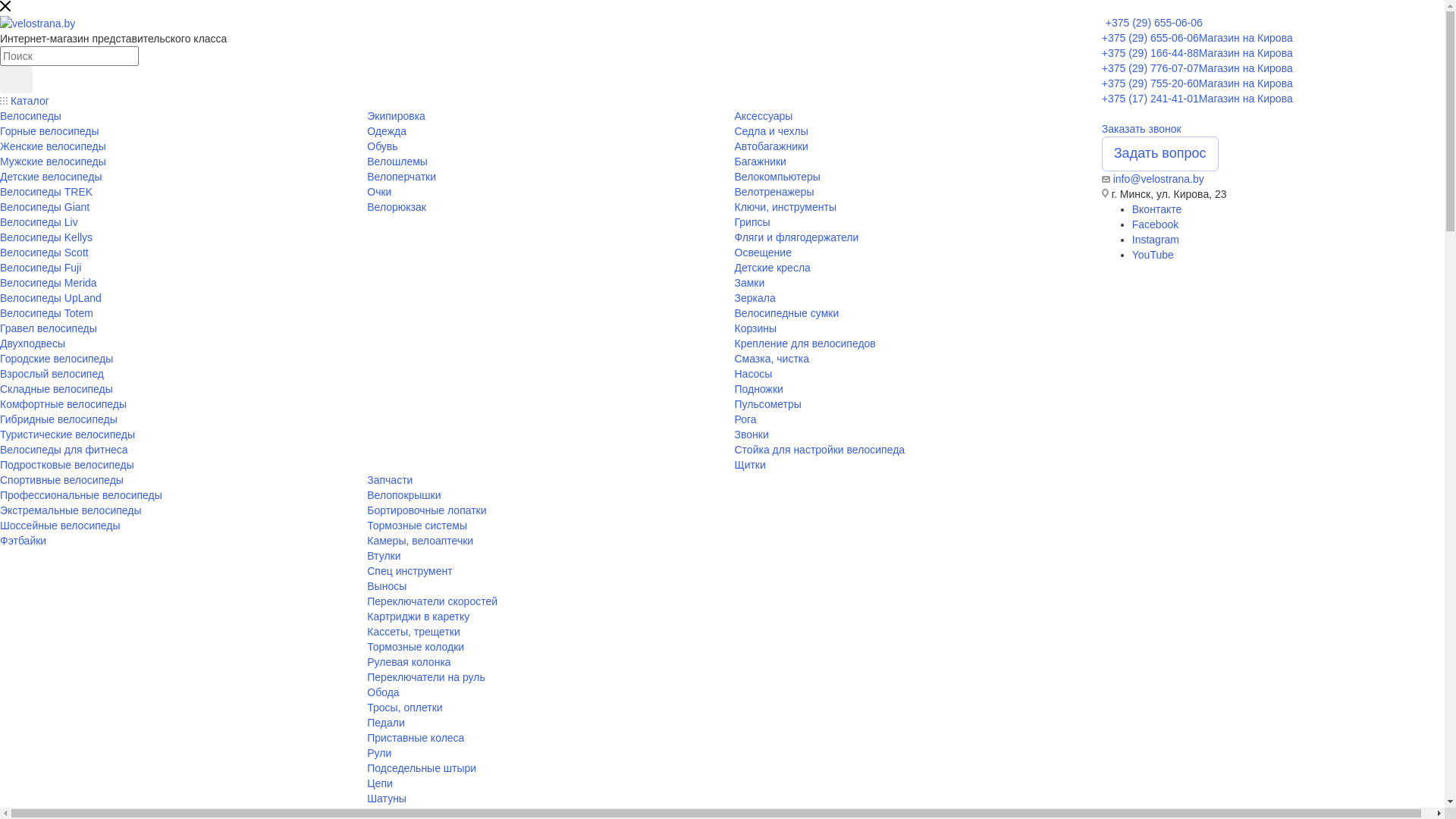 The image size is (1456, 819). Describe the element at coordinates (1106, 23) in the screenshot. I see `'+375 (29) 655-06-06'` at that location.